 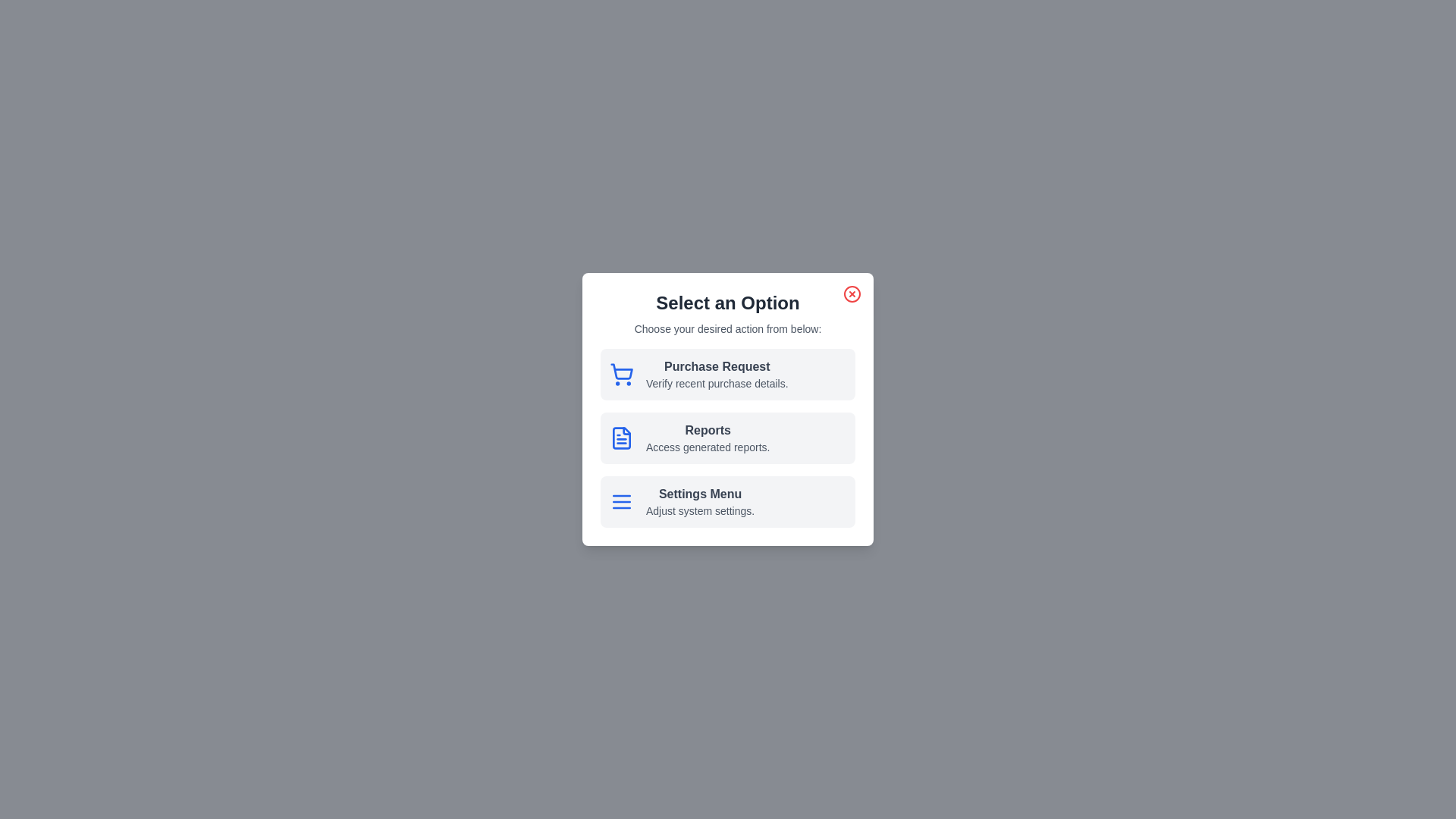 I want to click on the close button to dismiss the dialog, so click(x=852, y=294).